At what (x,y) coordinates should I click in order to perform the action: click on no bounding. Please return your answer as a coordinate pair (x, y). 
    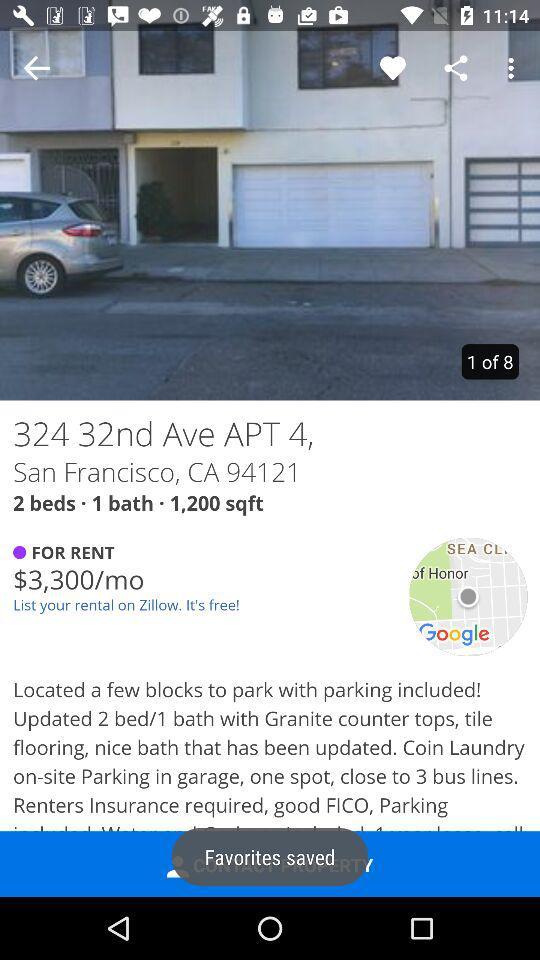
    Looking at the image, I should click on (36, 68).